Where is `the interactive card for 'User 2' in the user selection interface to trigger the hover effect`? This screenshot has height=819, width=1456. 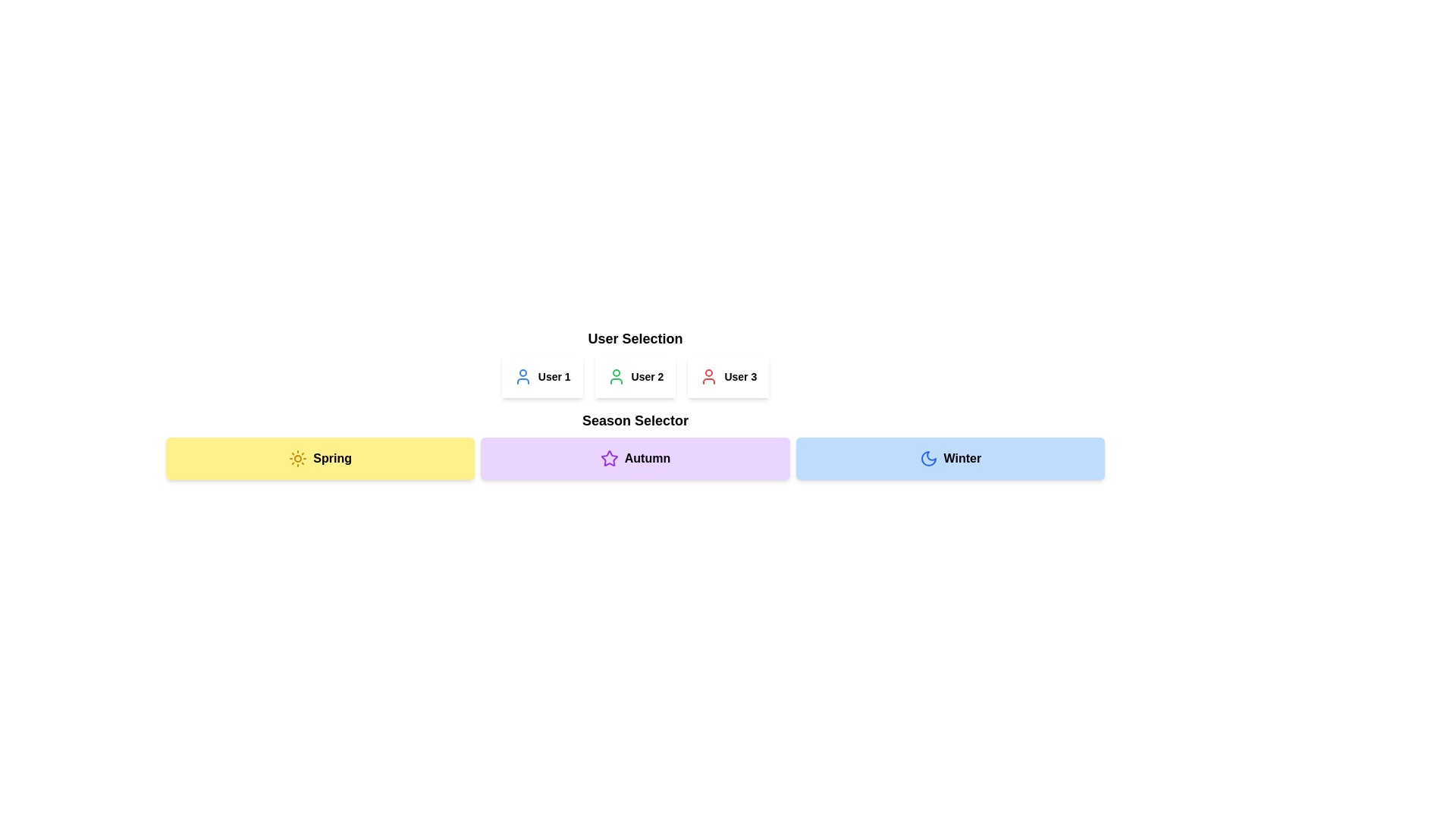
the interactive card for 'User 2' in the user selection interface to trigger the hover effect is located at coordinates (635, 376).